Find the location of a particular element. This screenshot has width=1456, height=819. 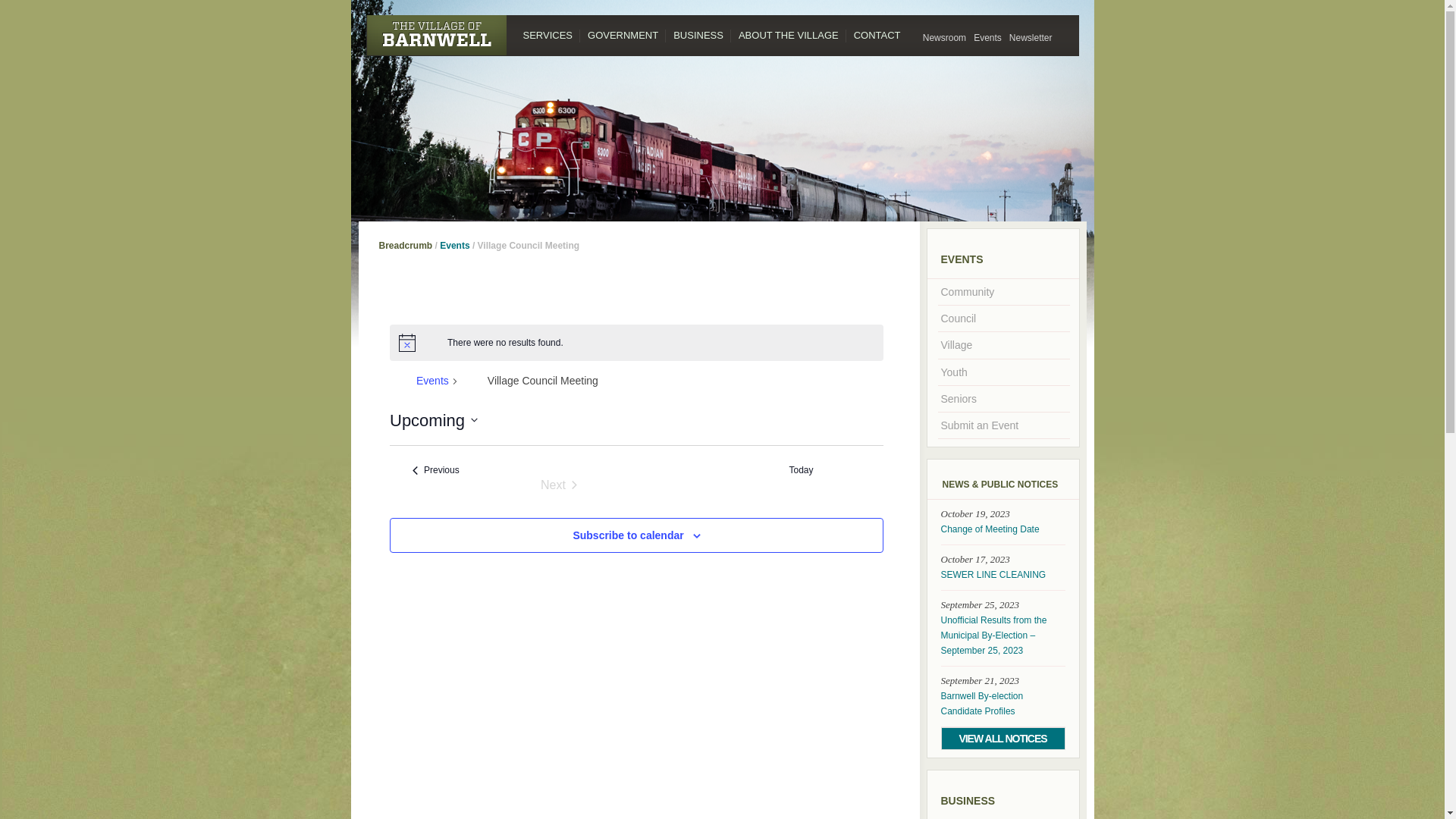

'Newsletter' is located at coordinates (1005, 37).